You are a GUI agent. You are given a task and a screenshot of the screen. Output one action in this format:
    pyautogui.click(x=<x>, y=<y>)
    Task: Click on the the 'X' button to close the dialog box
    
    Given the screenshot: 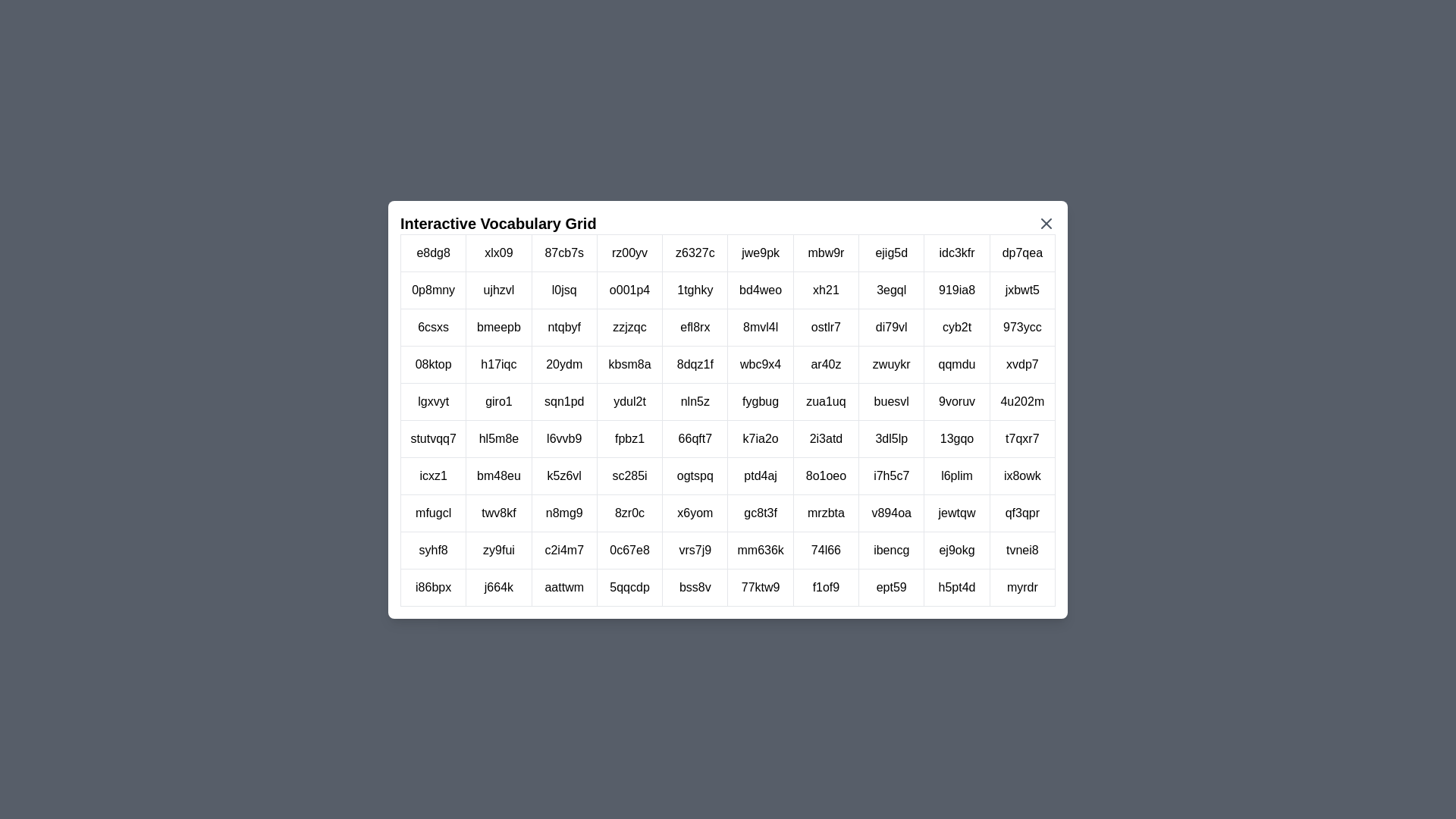 What is the action you would take?
    pyautogui.click(x=1046, y=223)
    